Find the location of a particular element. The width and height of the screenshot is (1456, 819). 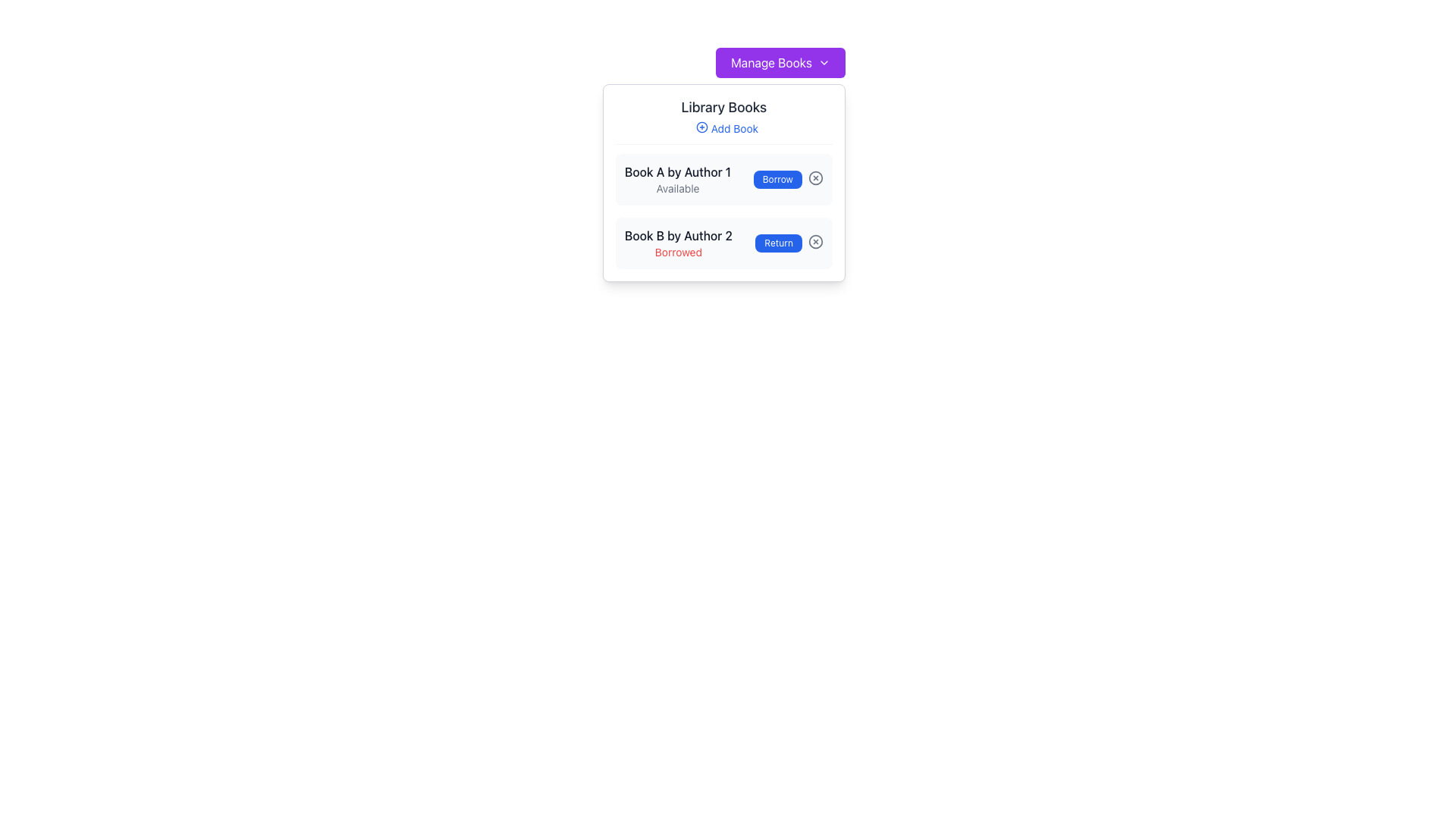

the button to the right of the text 'Book A by Author 1' is located at coordinates (788, 178).